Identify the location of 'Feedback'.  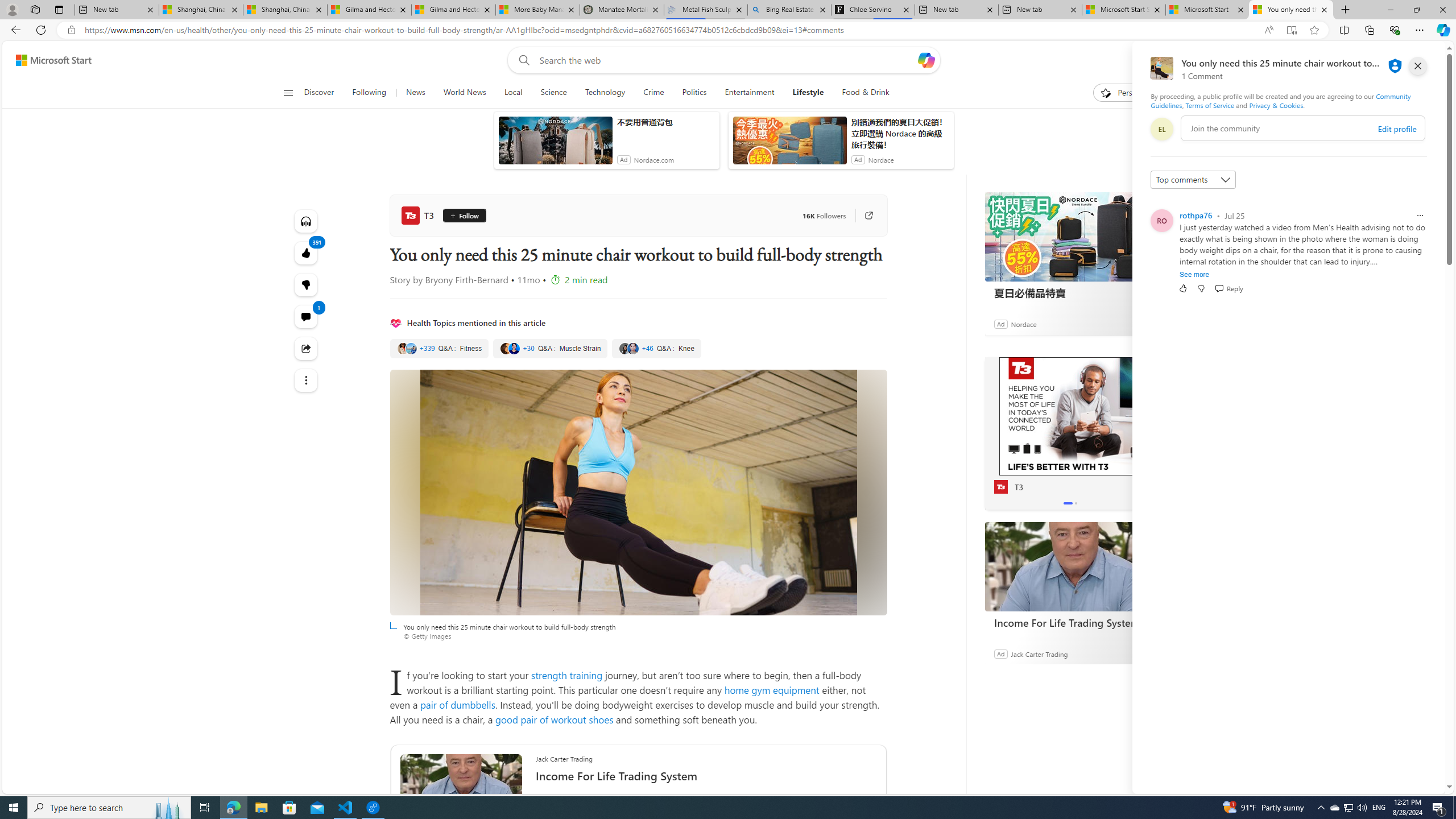
(1402, 784).